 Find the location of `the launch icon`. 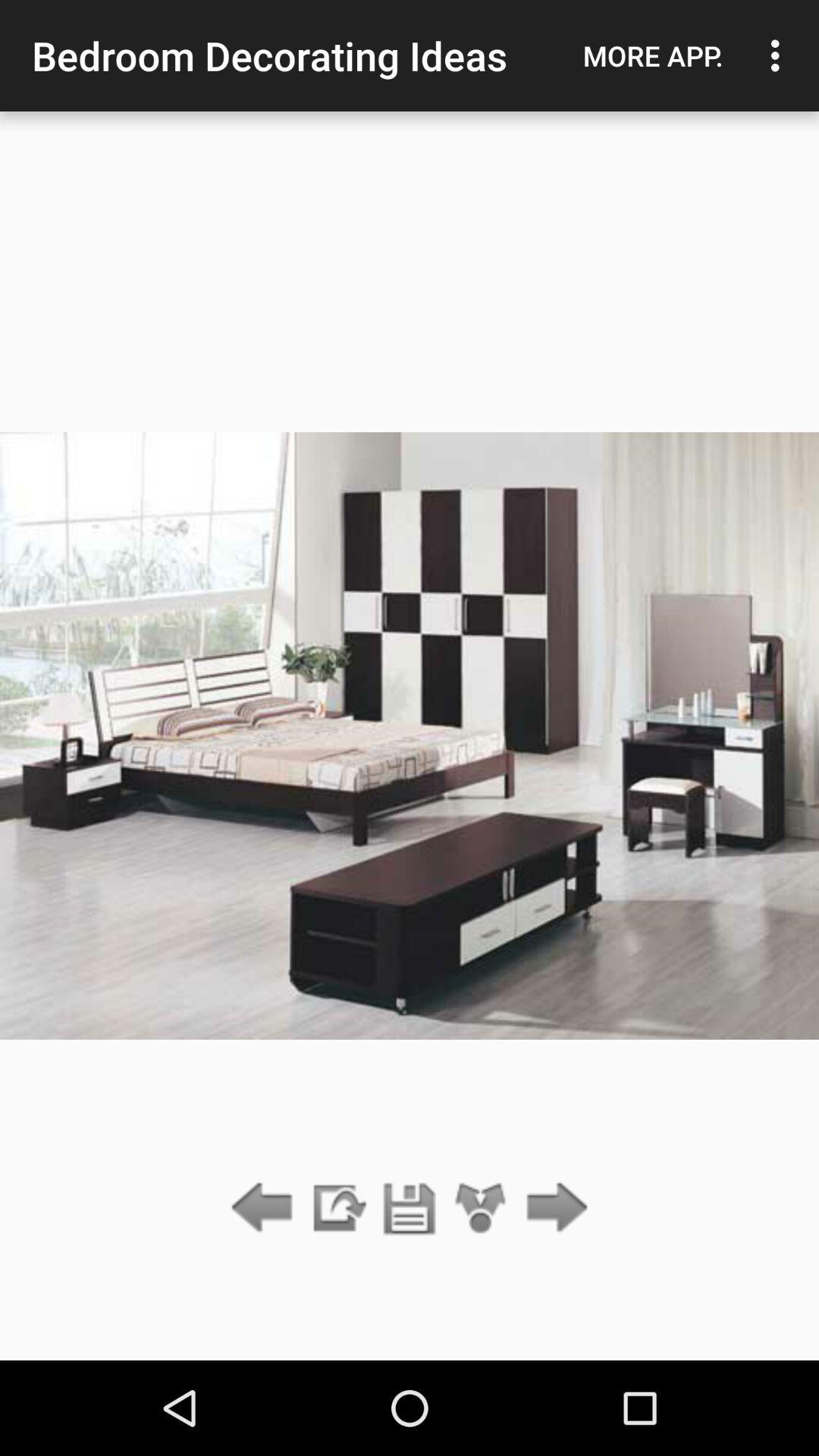

the launch icon is located at coordinates (337, 1208).